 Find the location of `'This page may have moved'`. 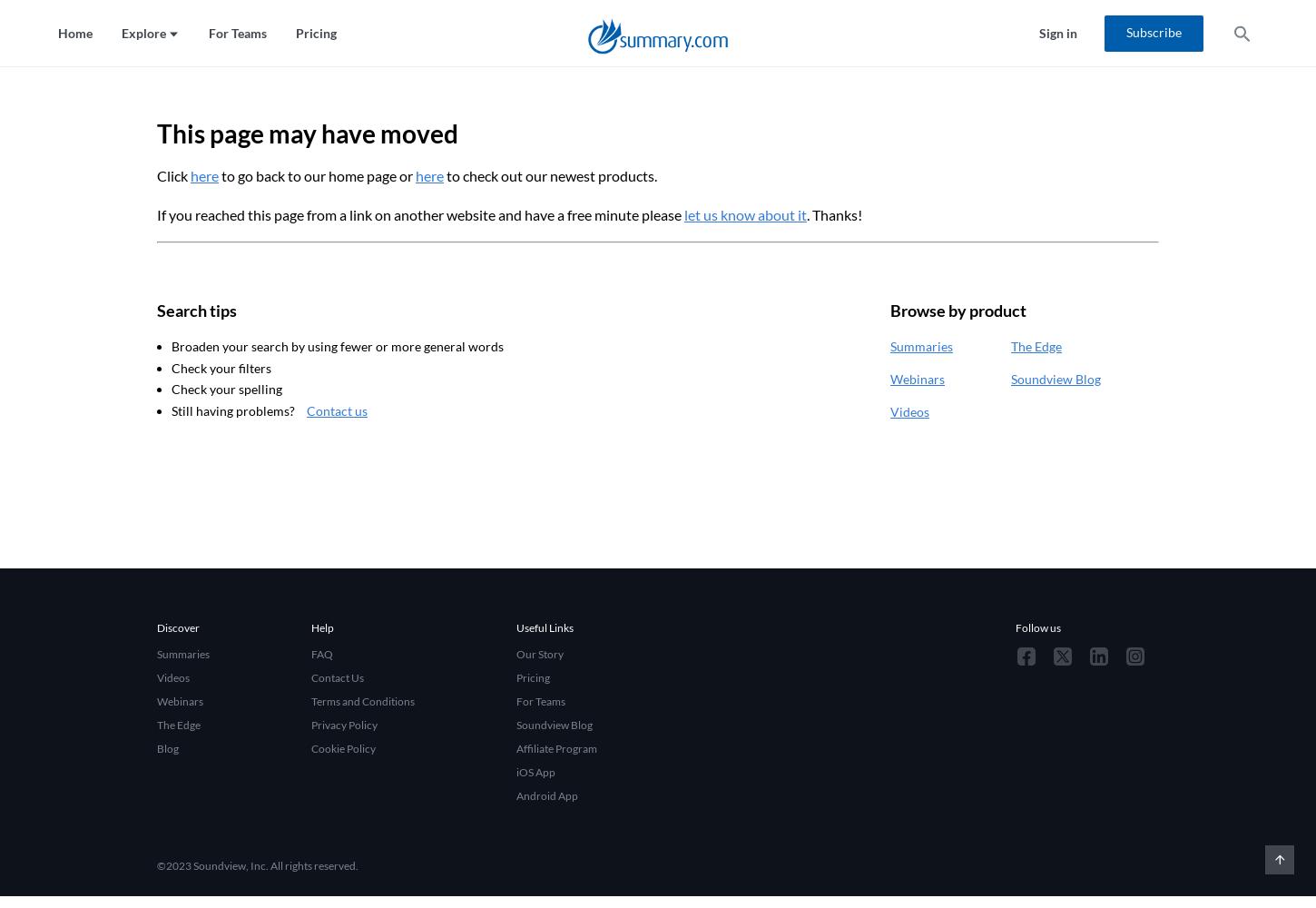

'This page may have moved' is located at coordinates (308, 133).